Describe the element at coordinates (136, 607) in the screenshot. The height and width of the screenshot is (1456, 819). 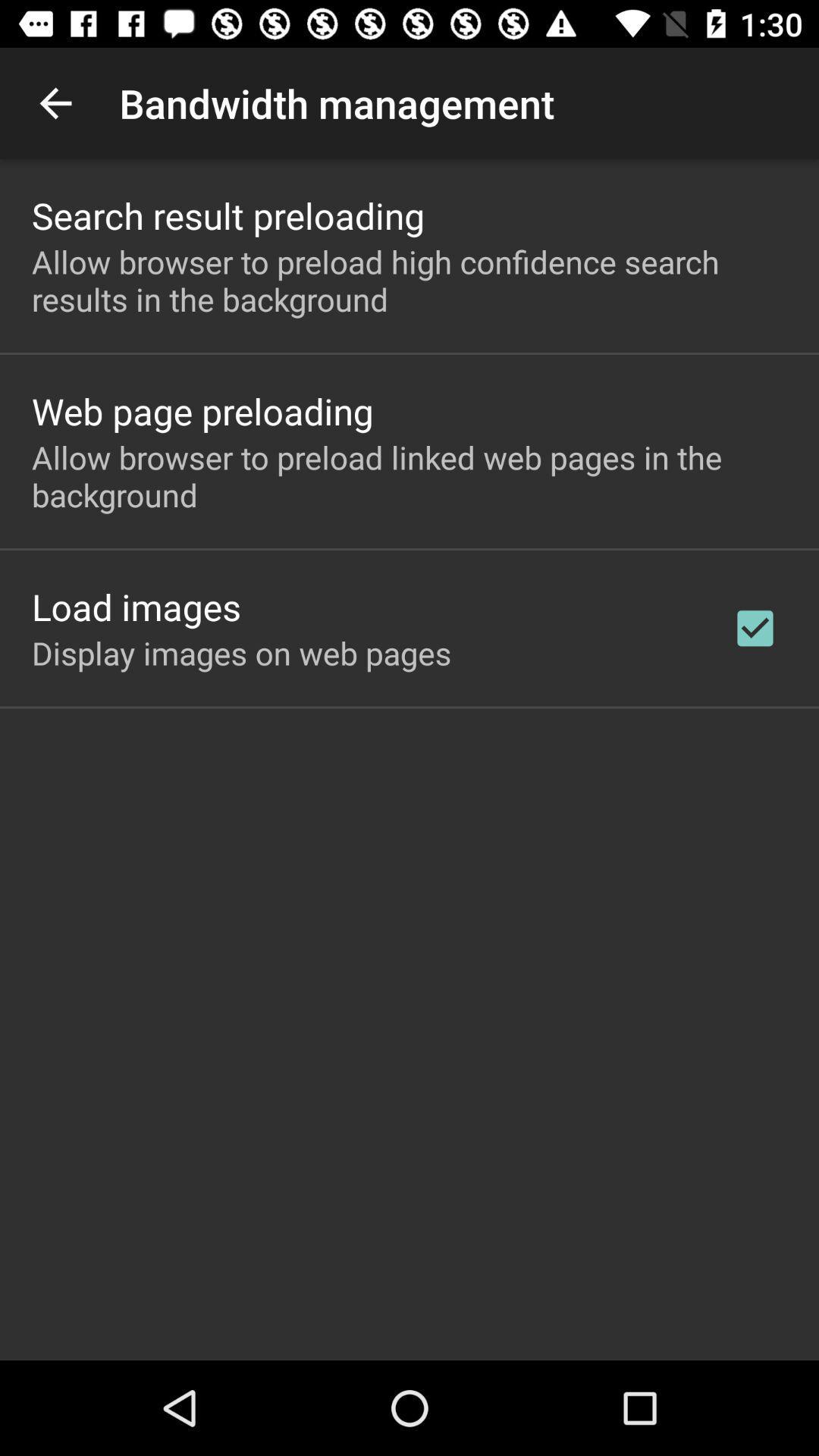
I see `the item below the allow browser to app` at that location.